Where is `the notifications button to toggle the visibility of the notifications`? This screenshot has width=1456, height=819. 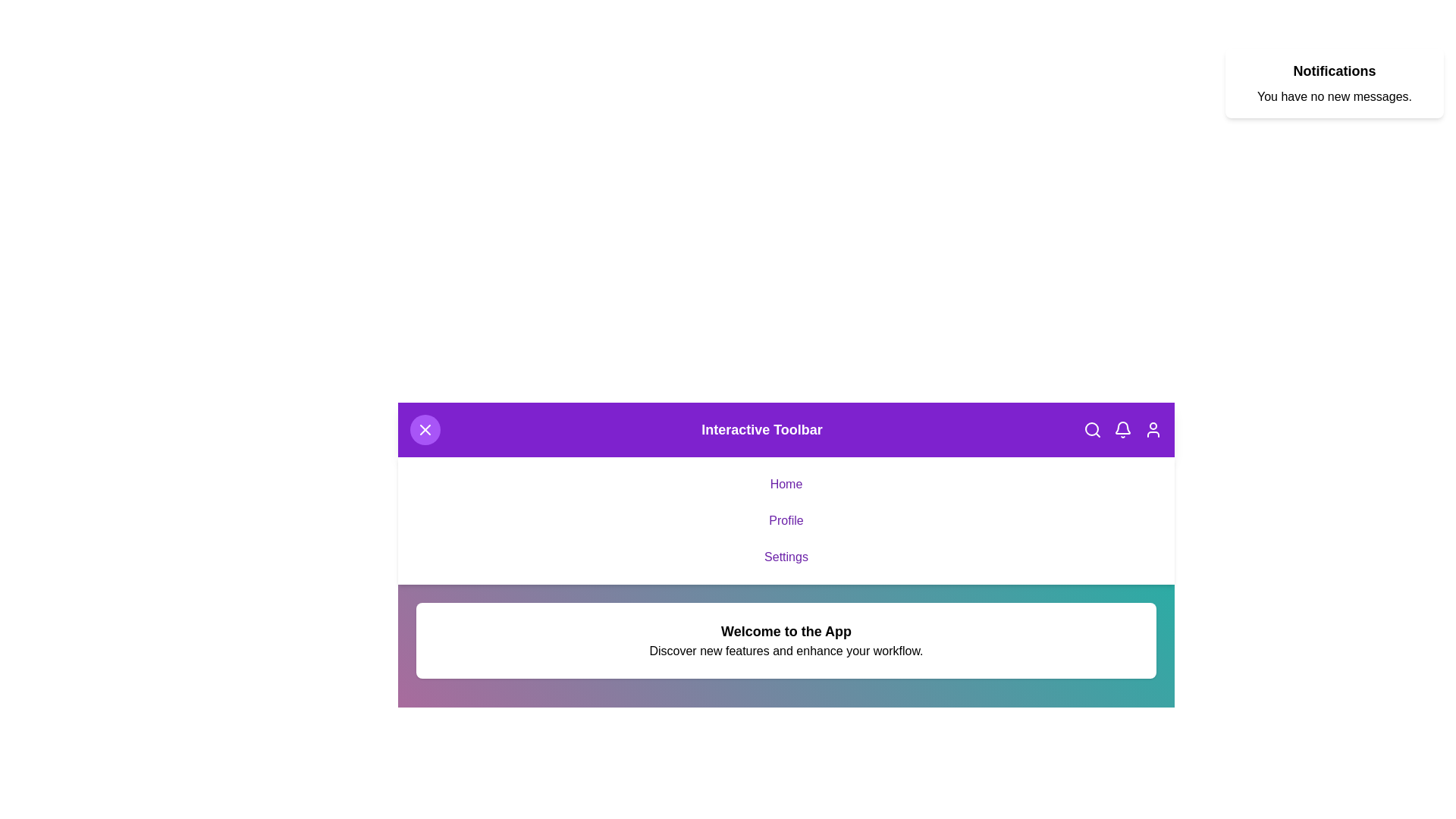 the notifications button to toggle the visibility of the notifications is located at coordinates (1123, 430).